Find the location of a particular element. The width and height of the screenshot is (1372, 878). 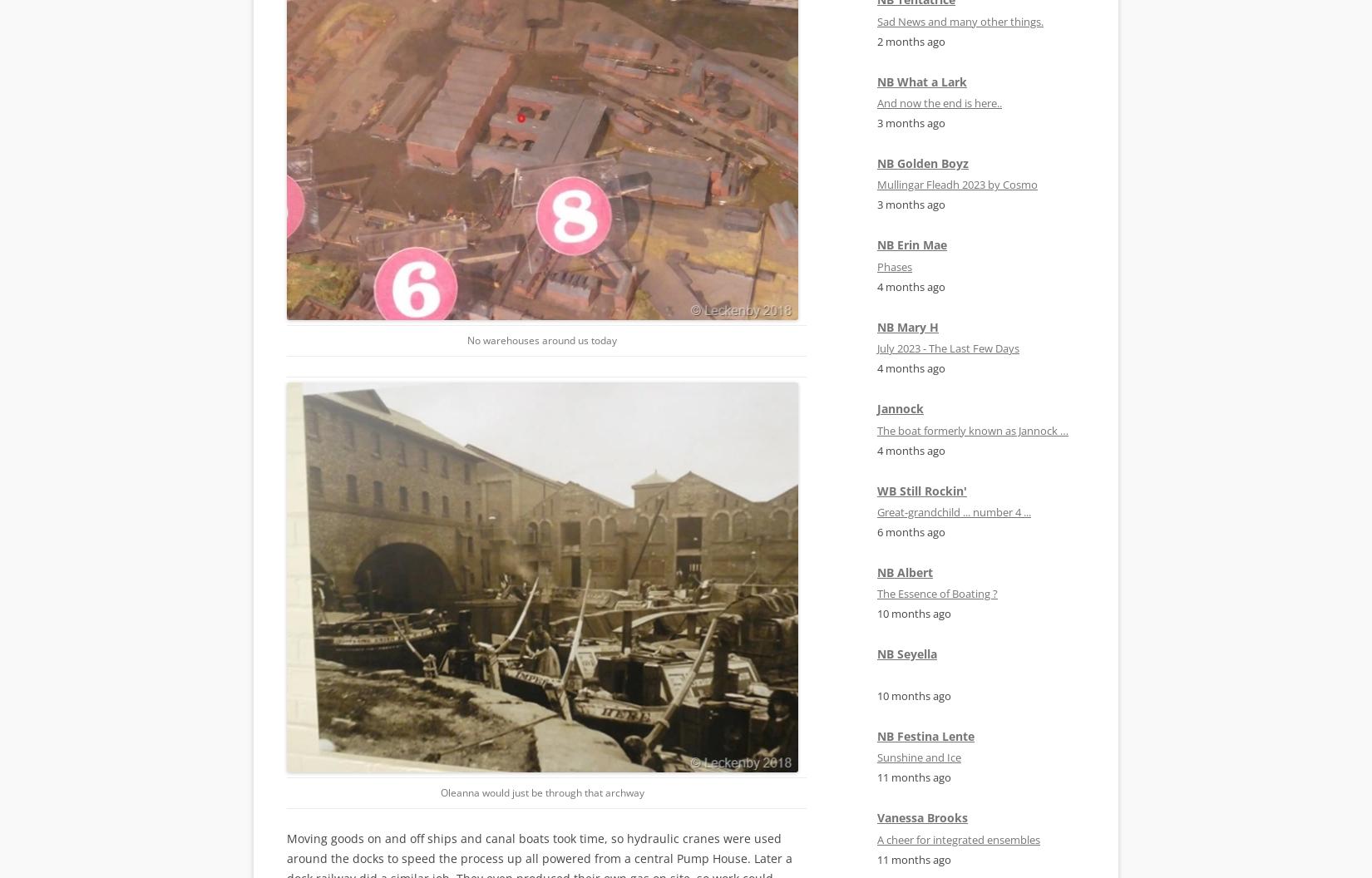

'Phases' is located at coordinates (894, 265).